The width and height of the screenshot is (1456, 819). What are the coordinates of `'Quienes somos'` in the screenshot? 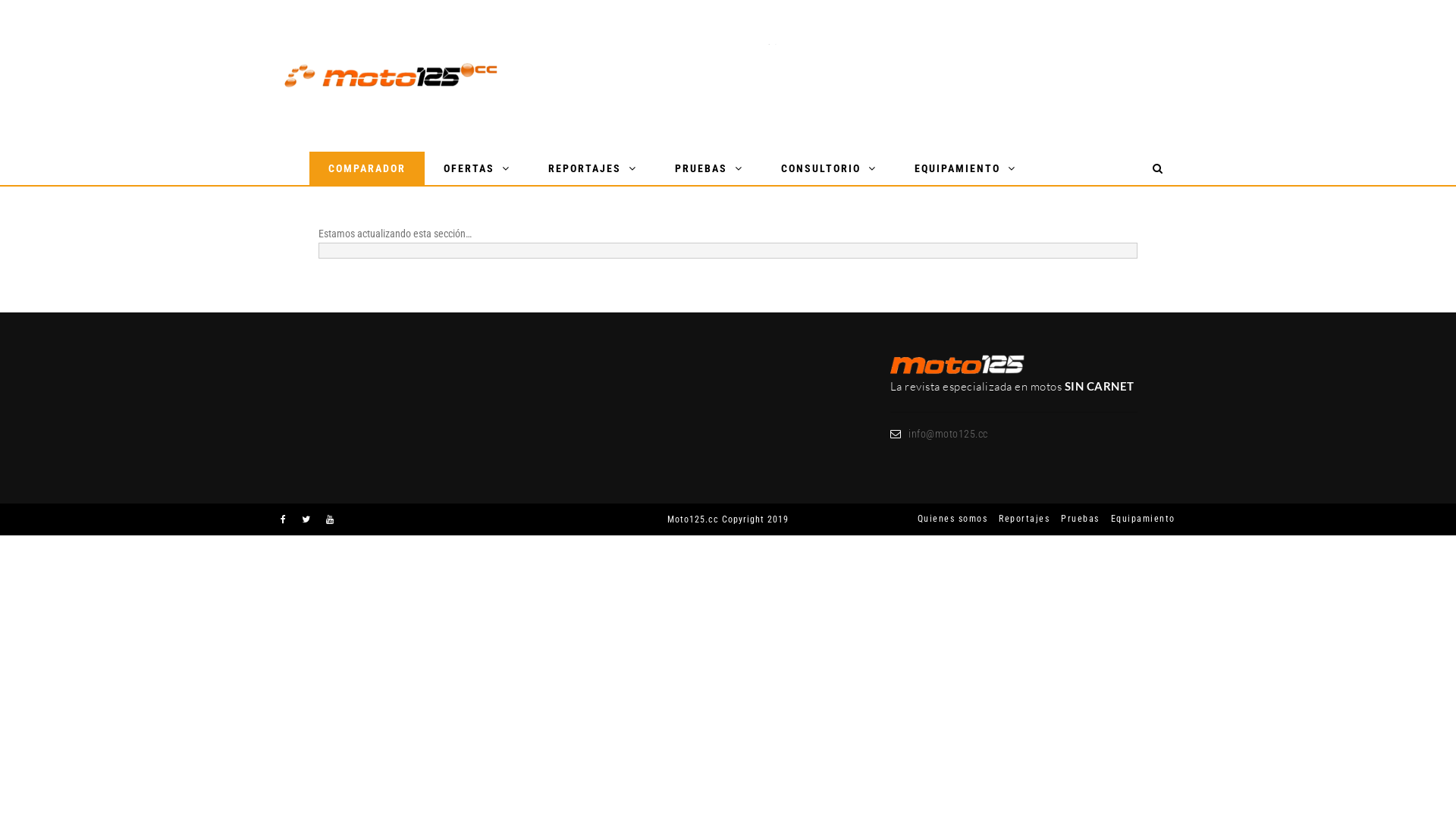 It's located at (946, 517).